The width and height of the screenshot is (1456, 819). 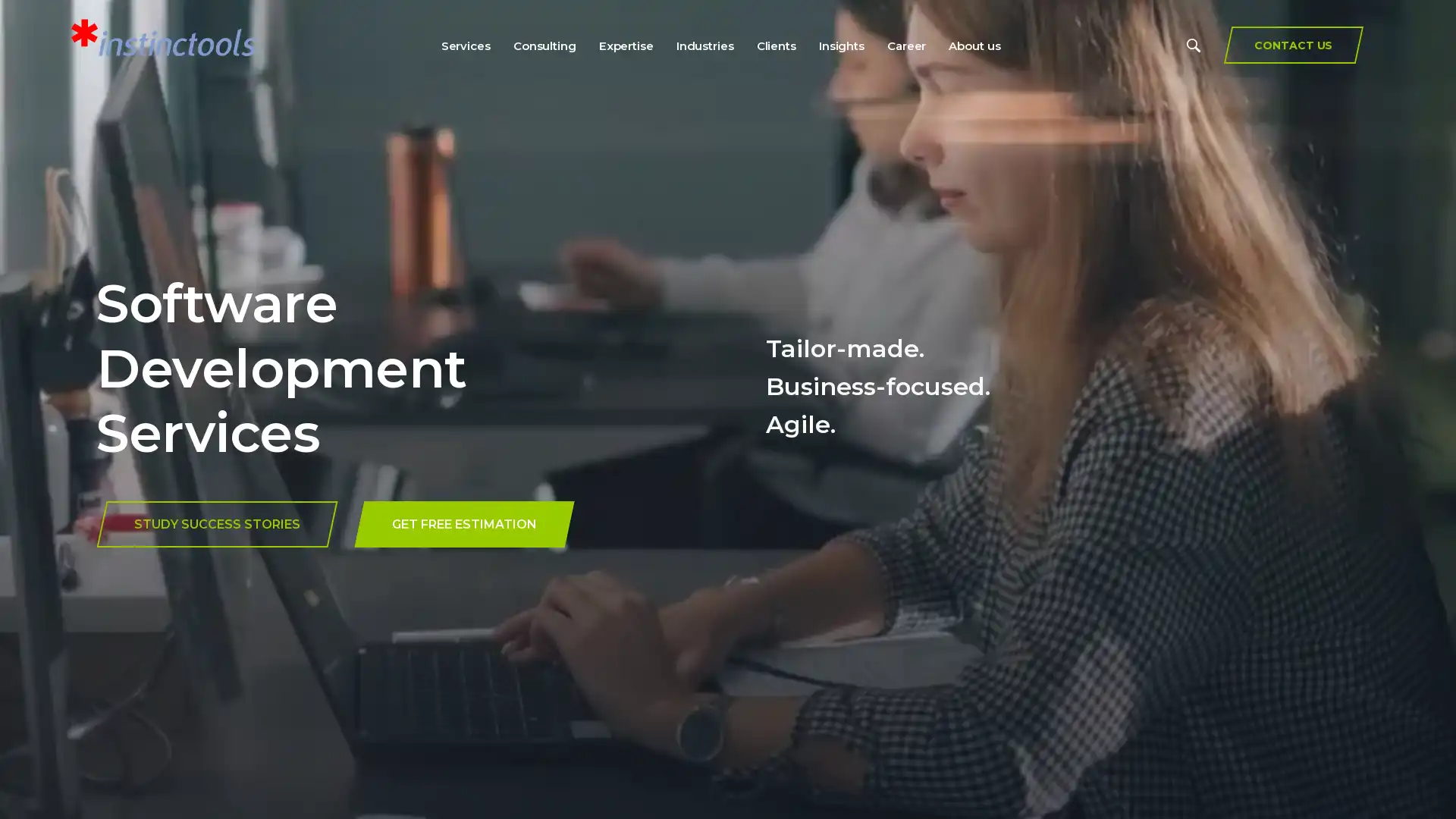 I want to click on STUDY SUCCESS STORIES, so click(x=216, y=522).